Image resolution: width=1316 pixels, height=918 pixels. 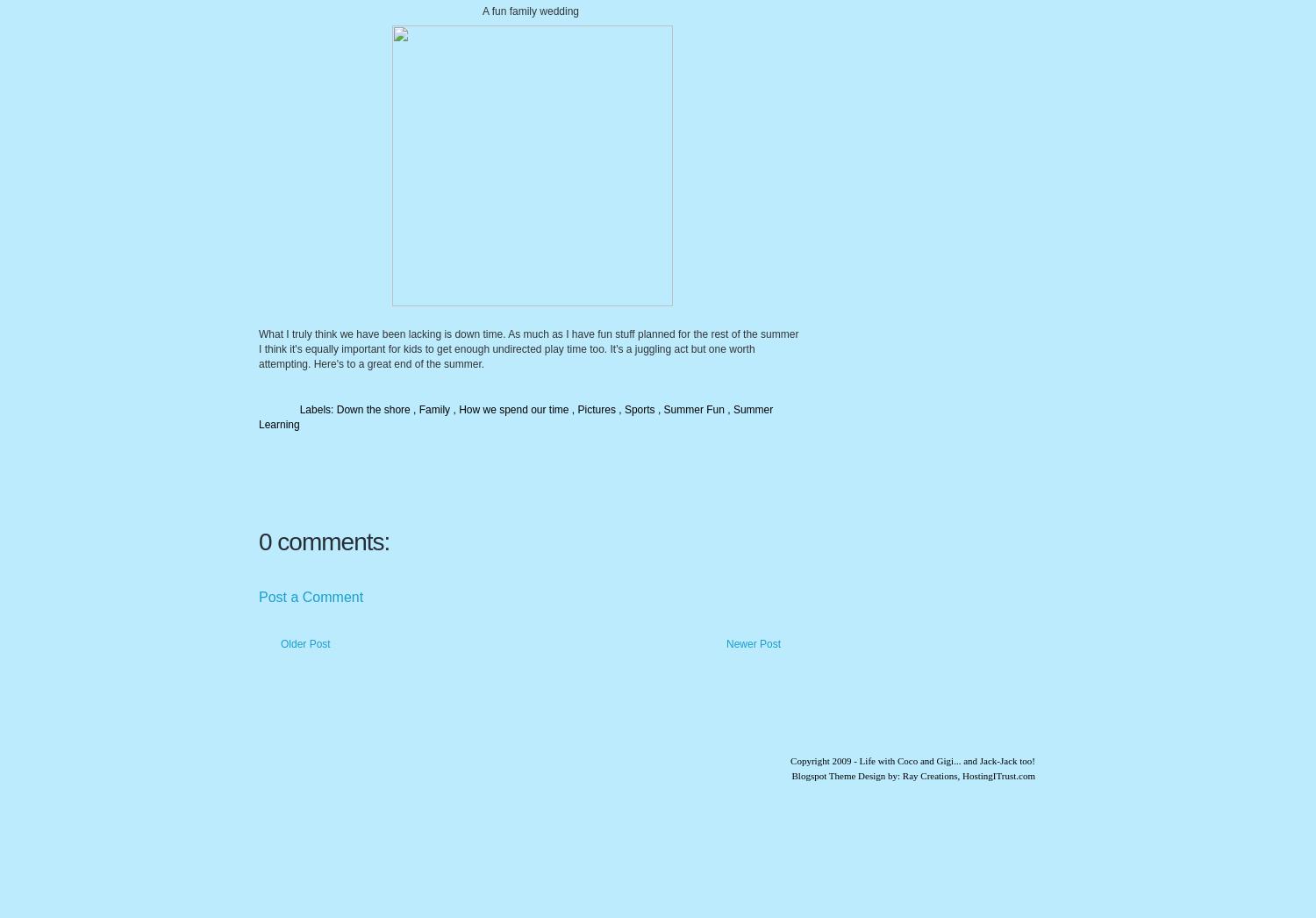 I want to click on 'Family', so click(x=434, y=409).